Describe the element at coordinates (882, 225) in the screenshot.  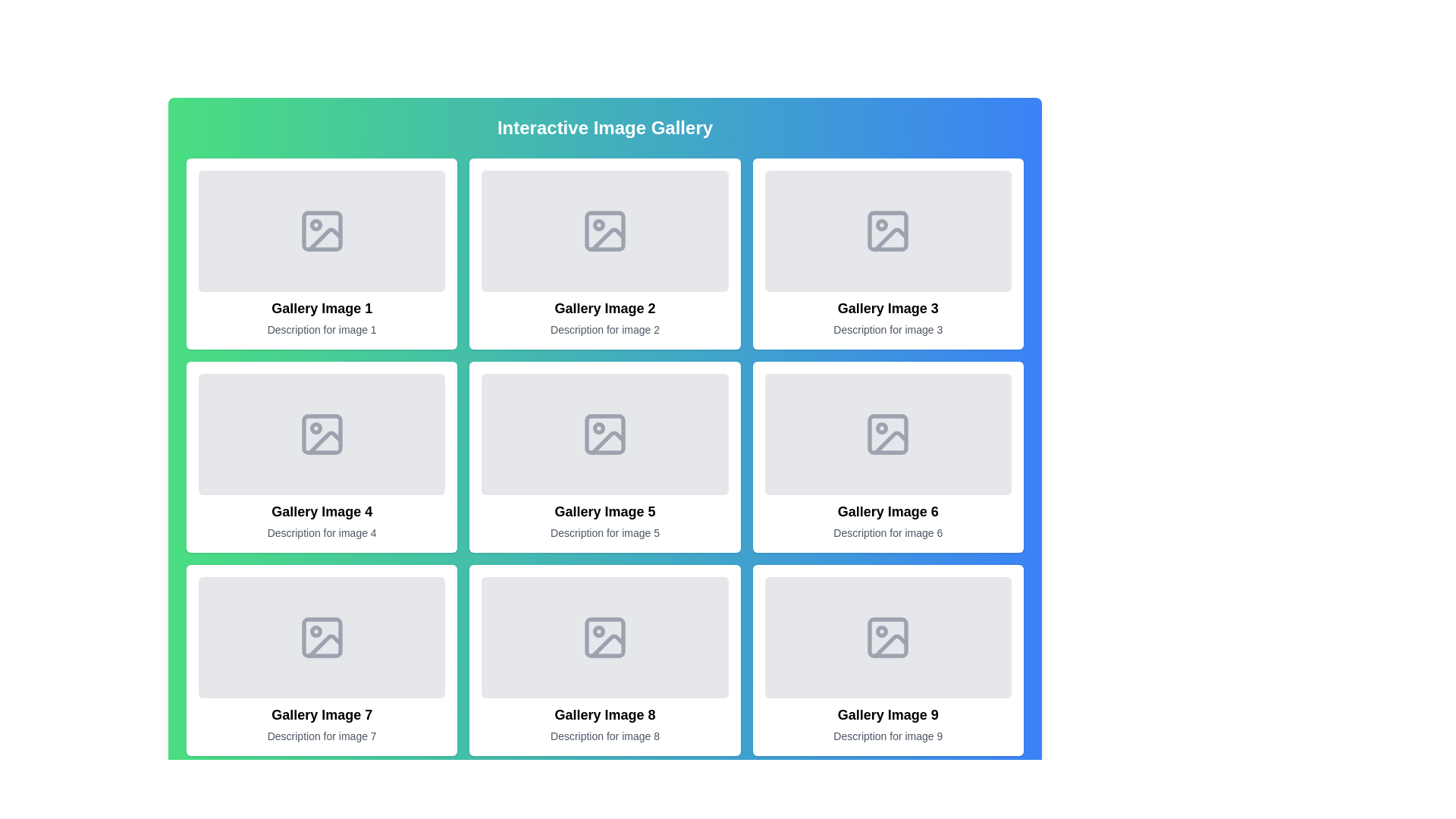
I see `the Decorative icon element (circle) located in the top-right corner of the placeholder icon in Gallery Image 3` at that location.